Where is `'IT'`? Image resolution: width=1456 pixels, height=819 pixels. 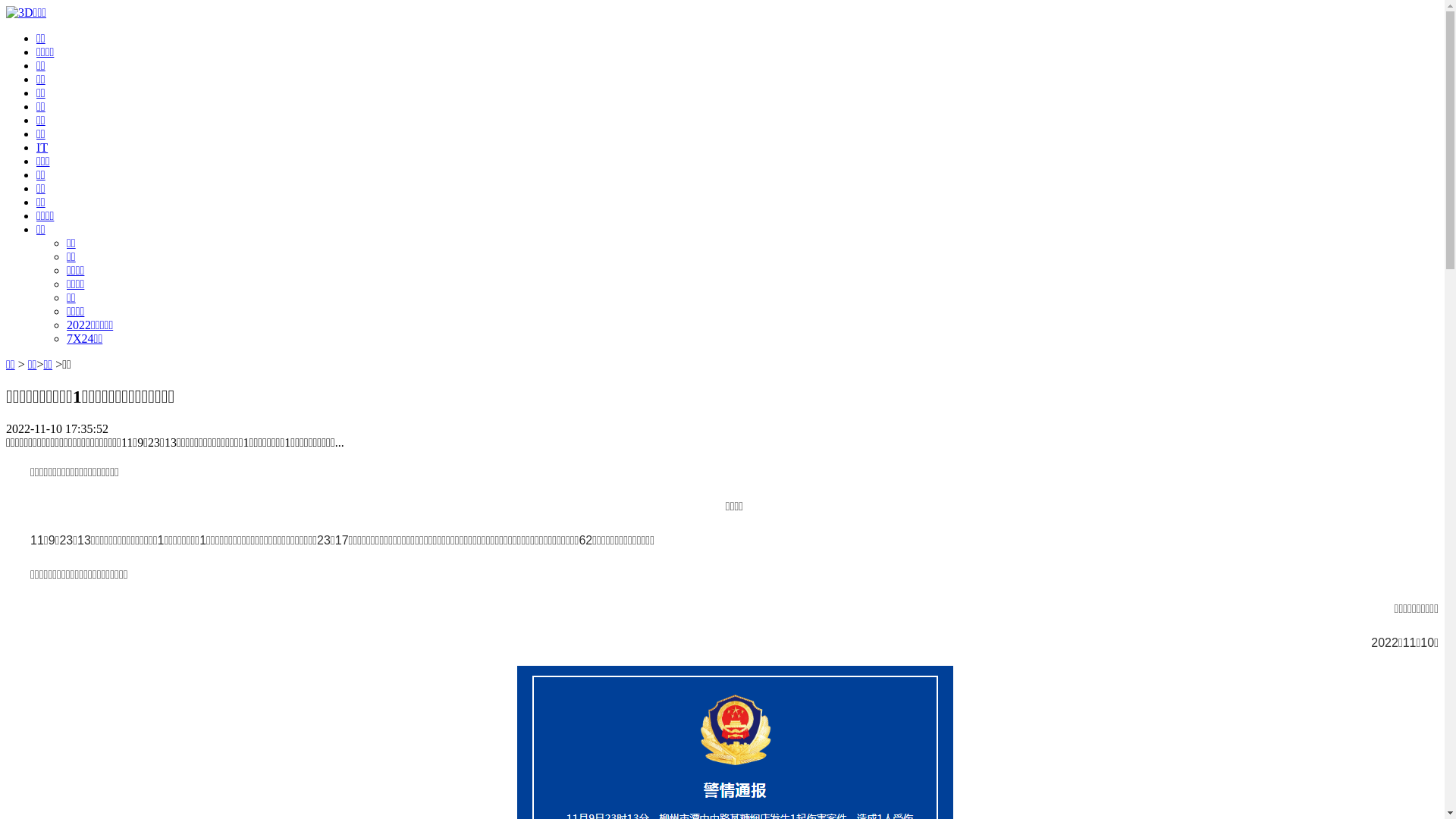 'IT' is located at coordinates (42, 147).